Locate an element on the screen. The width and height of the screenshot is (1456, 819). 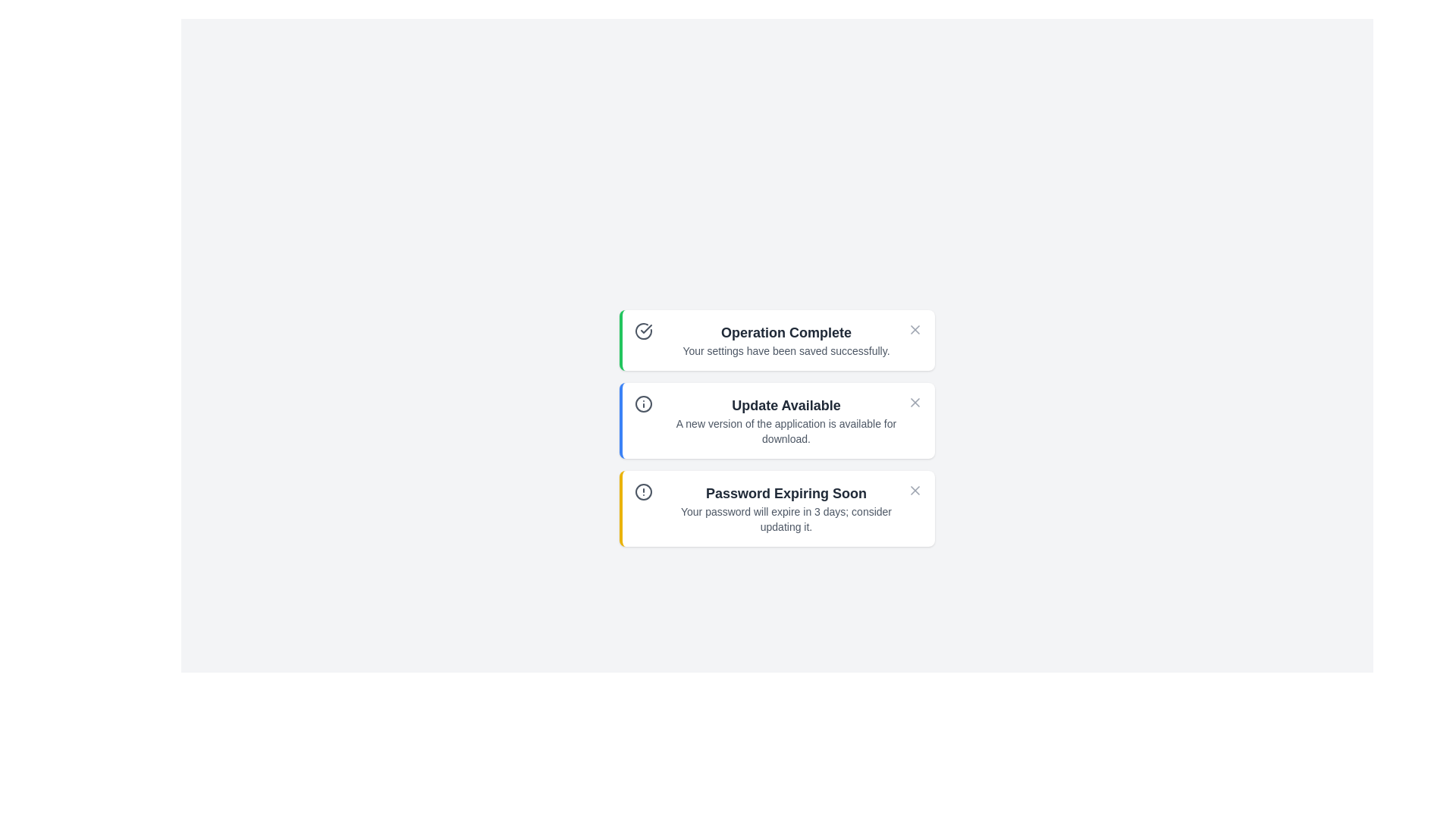
the circular informational icon located at the leftmost part of the 'Update Available' notification box is located at coordinates (644, 403).